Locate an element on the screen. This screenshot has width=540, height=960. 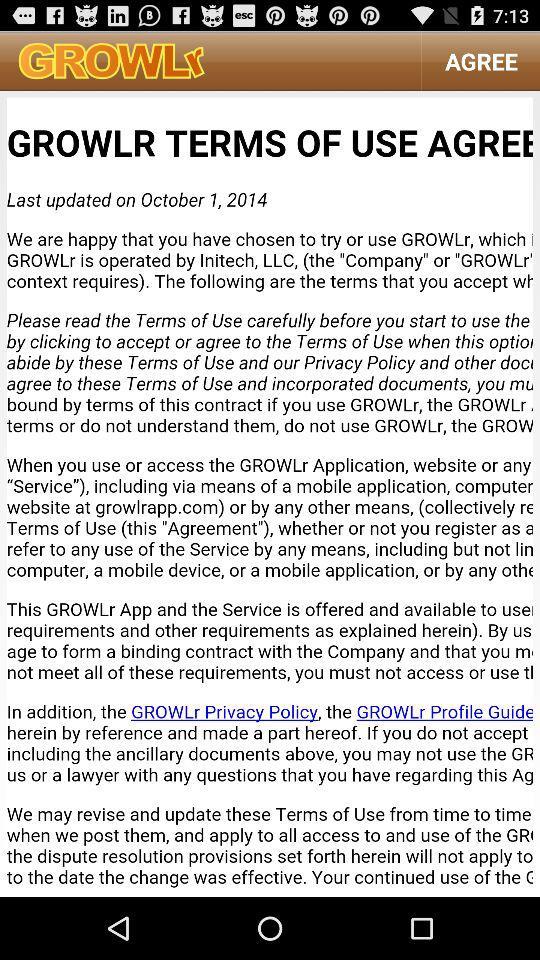
files is located at coordinates (270, 492).